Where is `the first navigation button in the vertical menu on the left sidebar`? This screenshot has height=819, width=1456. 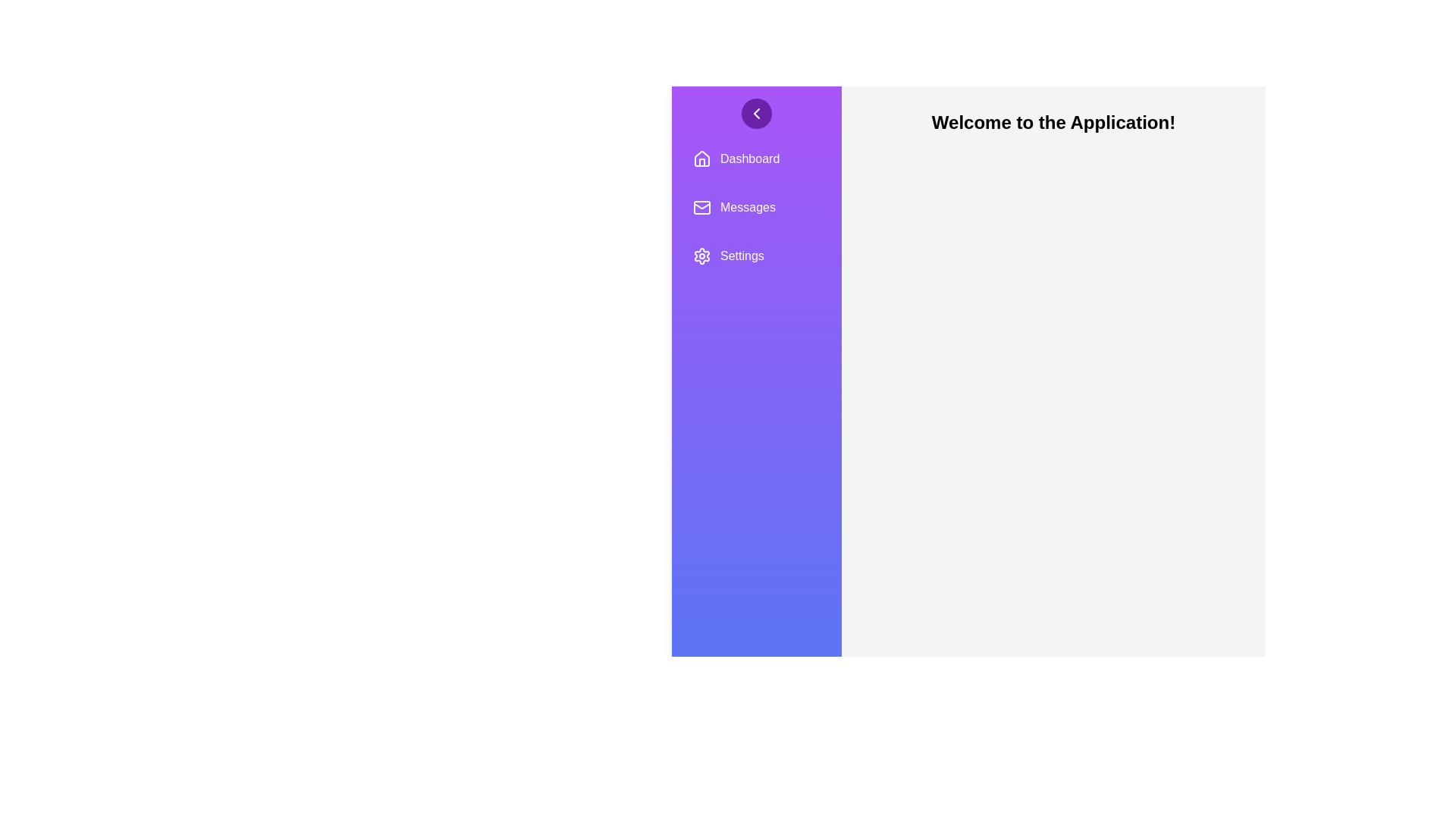 the first navigation button in the vertical menu on the left sidebar is located at coordinates (757, 158).